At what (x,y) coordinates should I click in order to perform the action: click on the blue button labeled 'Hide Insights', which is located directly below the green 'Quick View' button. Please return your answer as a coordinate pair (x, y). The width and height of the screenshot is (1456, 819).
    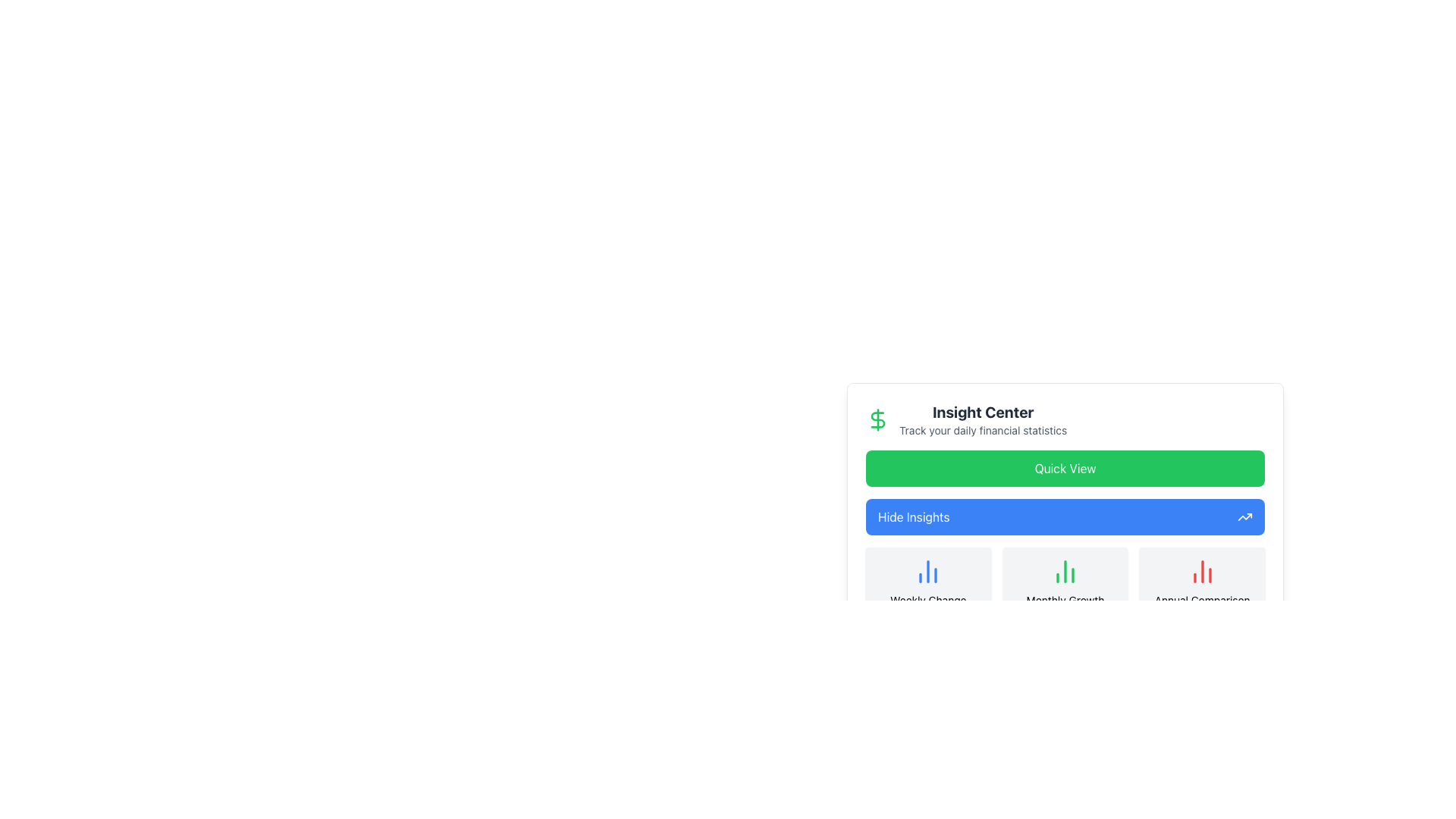
    Looking at the image, I should click on (1065, 520).